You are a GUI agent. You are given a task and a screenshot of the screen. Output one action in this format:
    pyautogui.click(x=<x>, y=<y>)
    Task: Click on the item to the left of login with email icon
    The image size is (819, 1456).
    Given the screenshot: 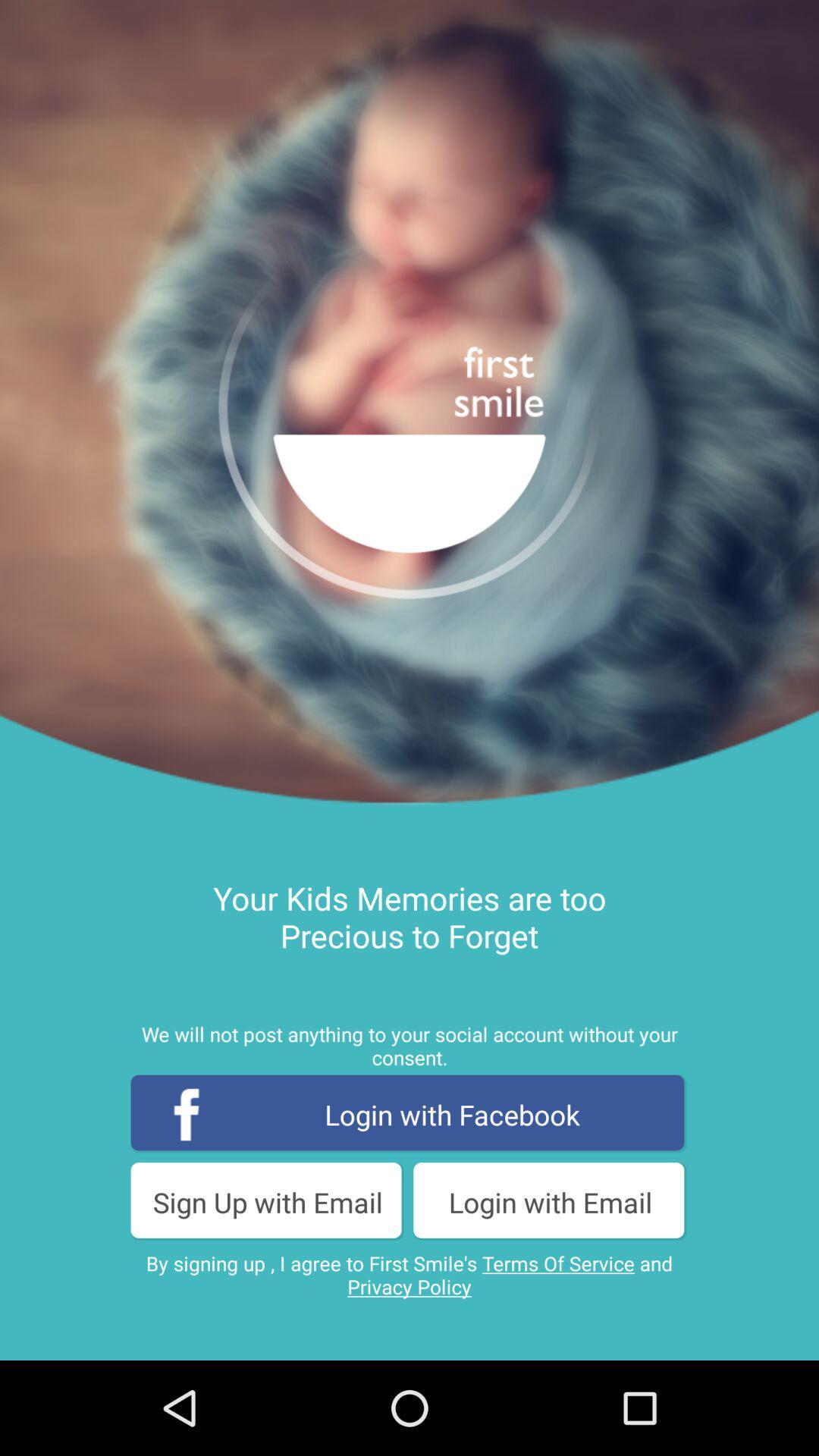 What is the action you would take?
    pyautogui.click(x=267, y=1201)
    